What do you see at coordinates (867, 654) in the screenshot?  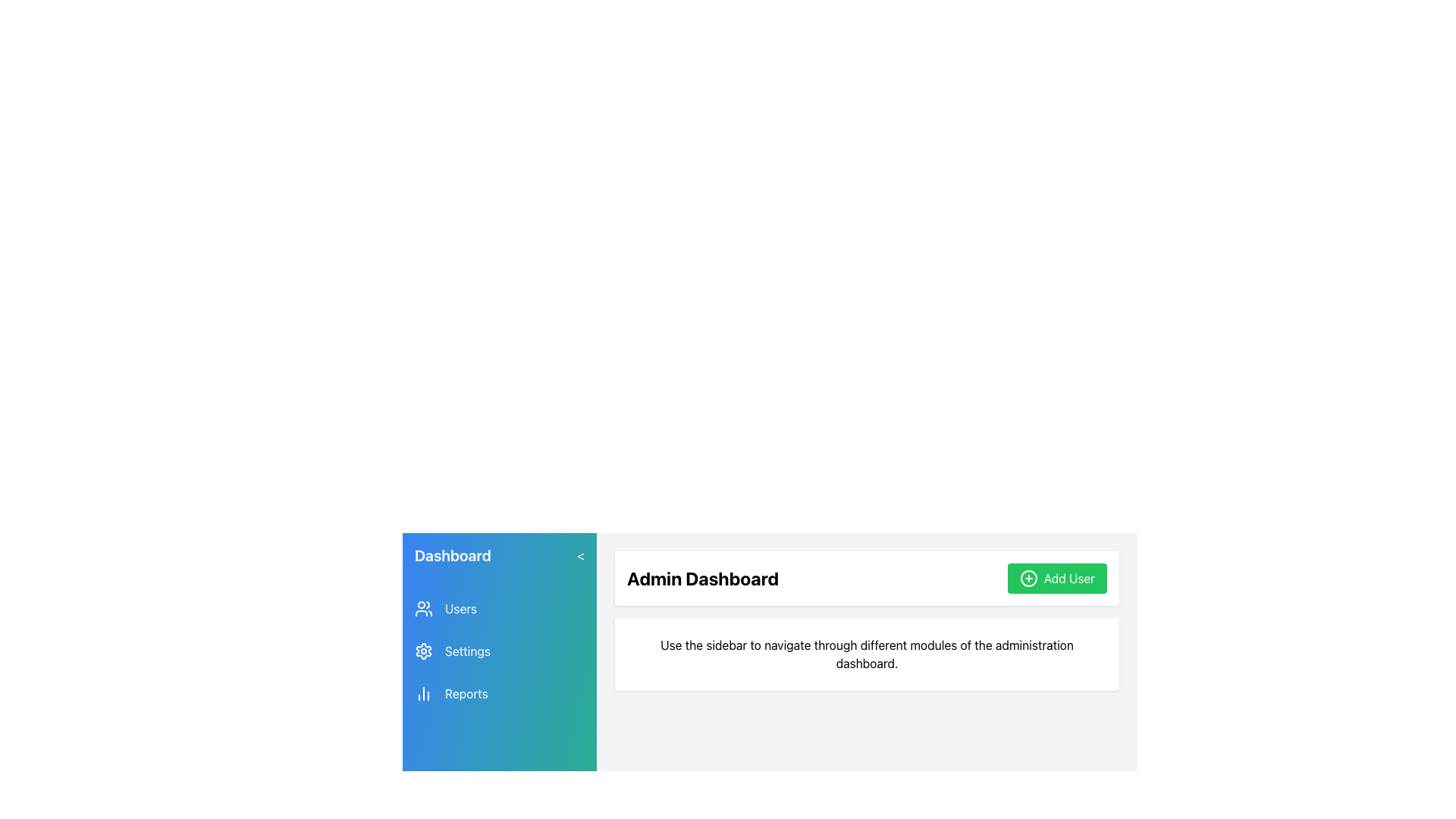 I see `text from the Text Label element that contains the phrase 'Use the sidebar to navigate through different modules of the administration dashboard.' which is located below the 'Admin Dashboard' heading and the 'Add User' button` at bounding box center [867, 654].